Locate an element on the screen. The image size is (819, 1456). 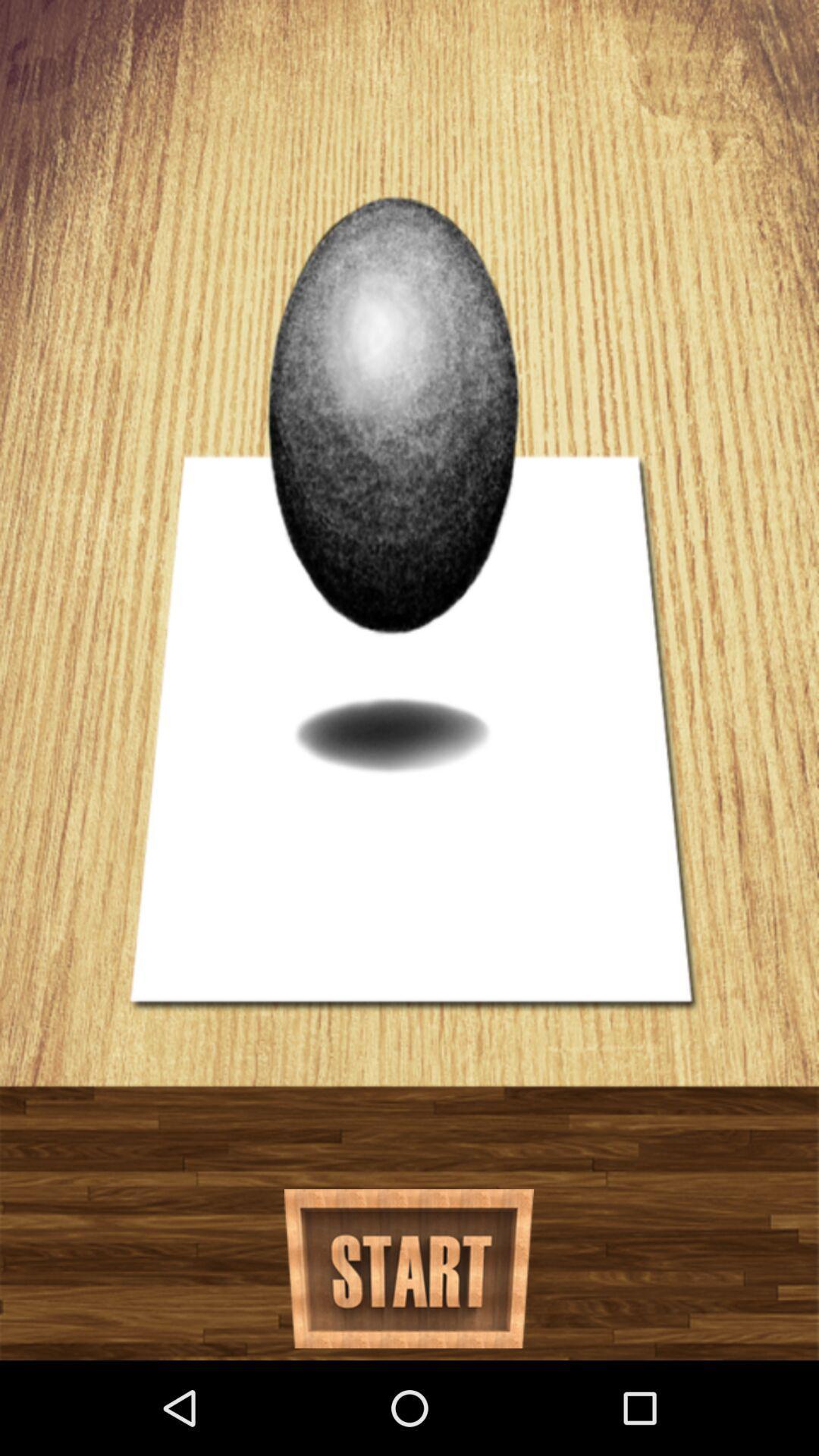
start is located at coordinates (408, 1269).